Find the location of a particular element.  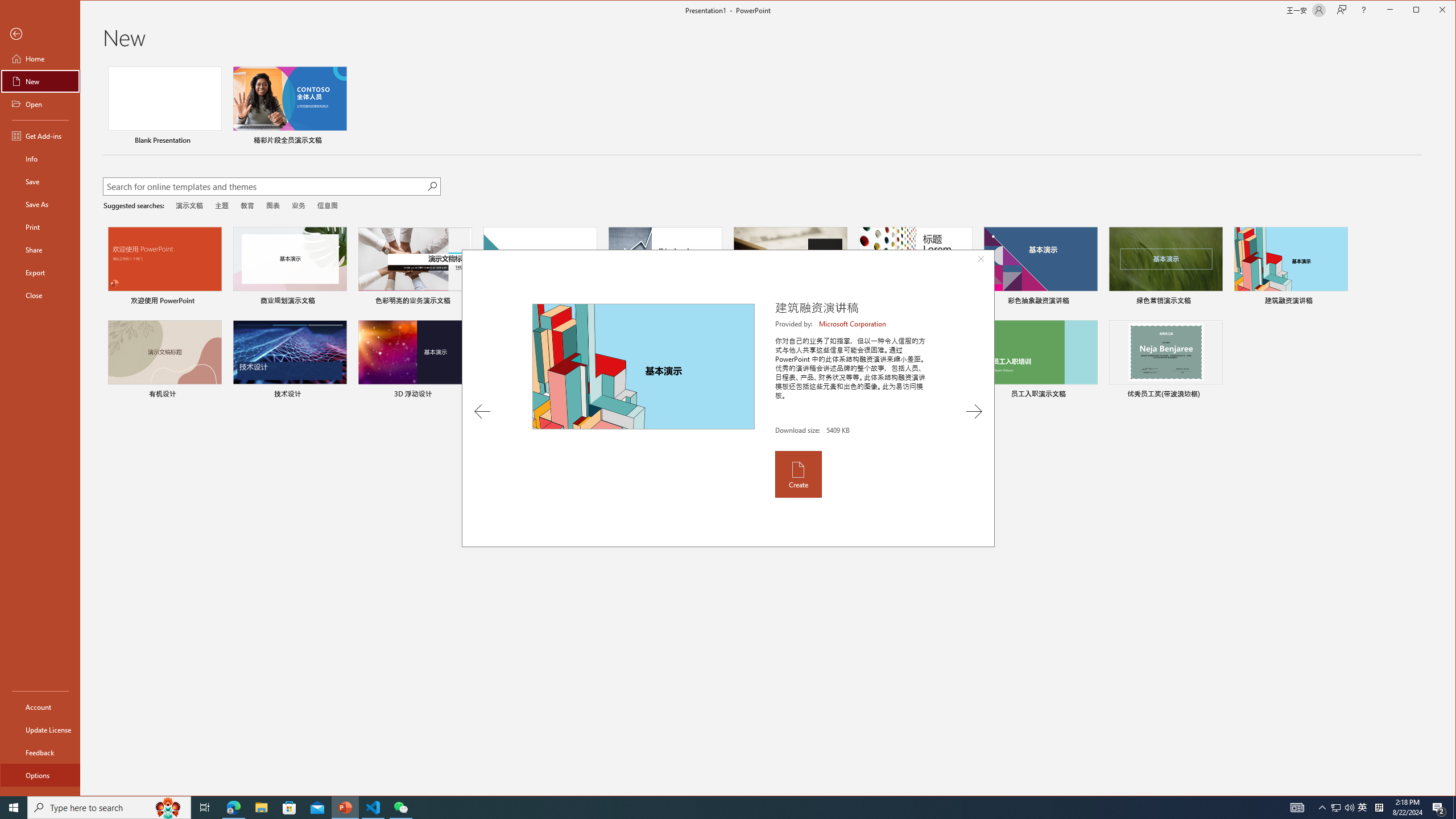

'Options' is located at coordinates (39, 775).